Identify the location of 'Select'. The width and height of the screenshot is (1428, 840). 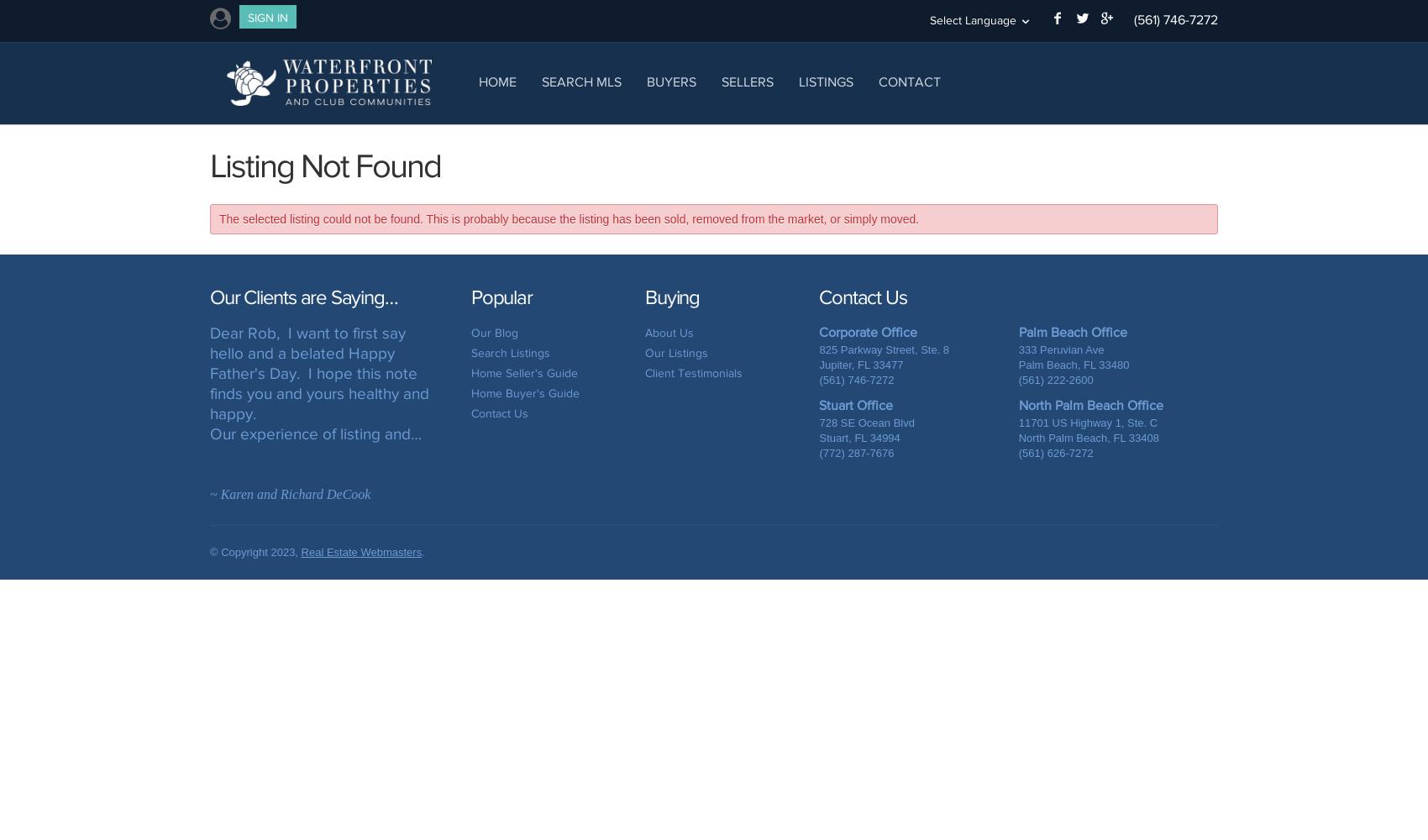
(946, 20).